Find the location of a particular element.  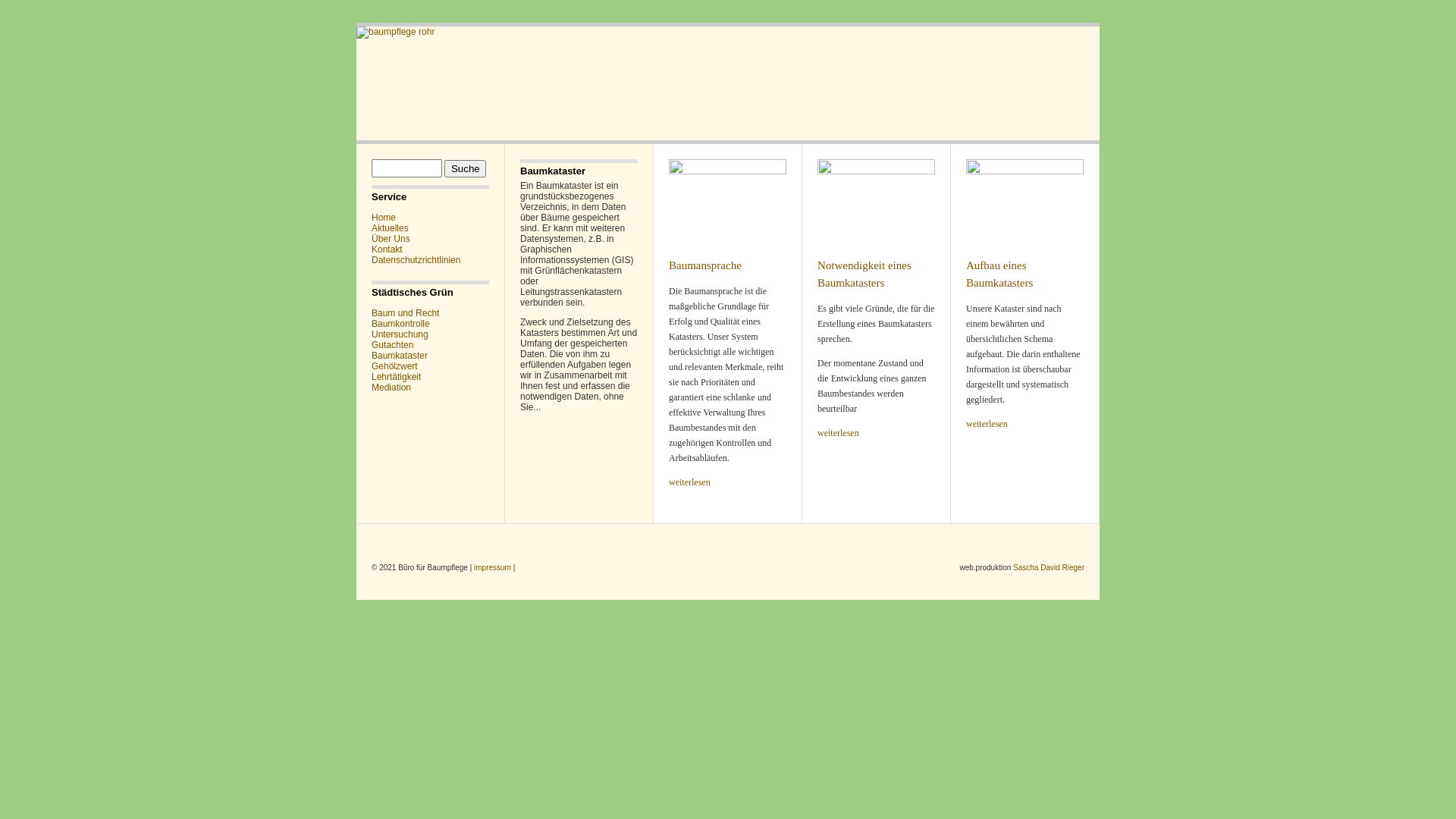

'Aktuelles' is located at coordinates (390, 227).